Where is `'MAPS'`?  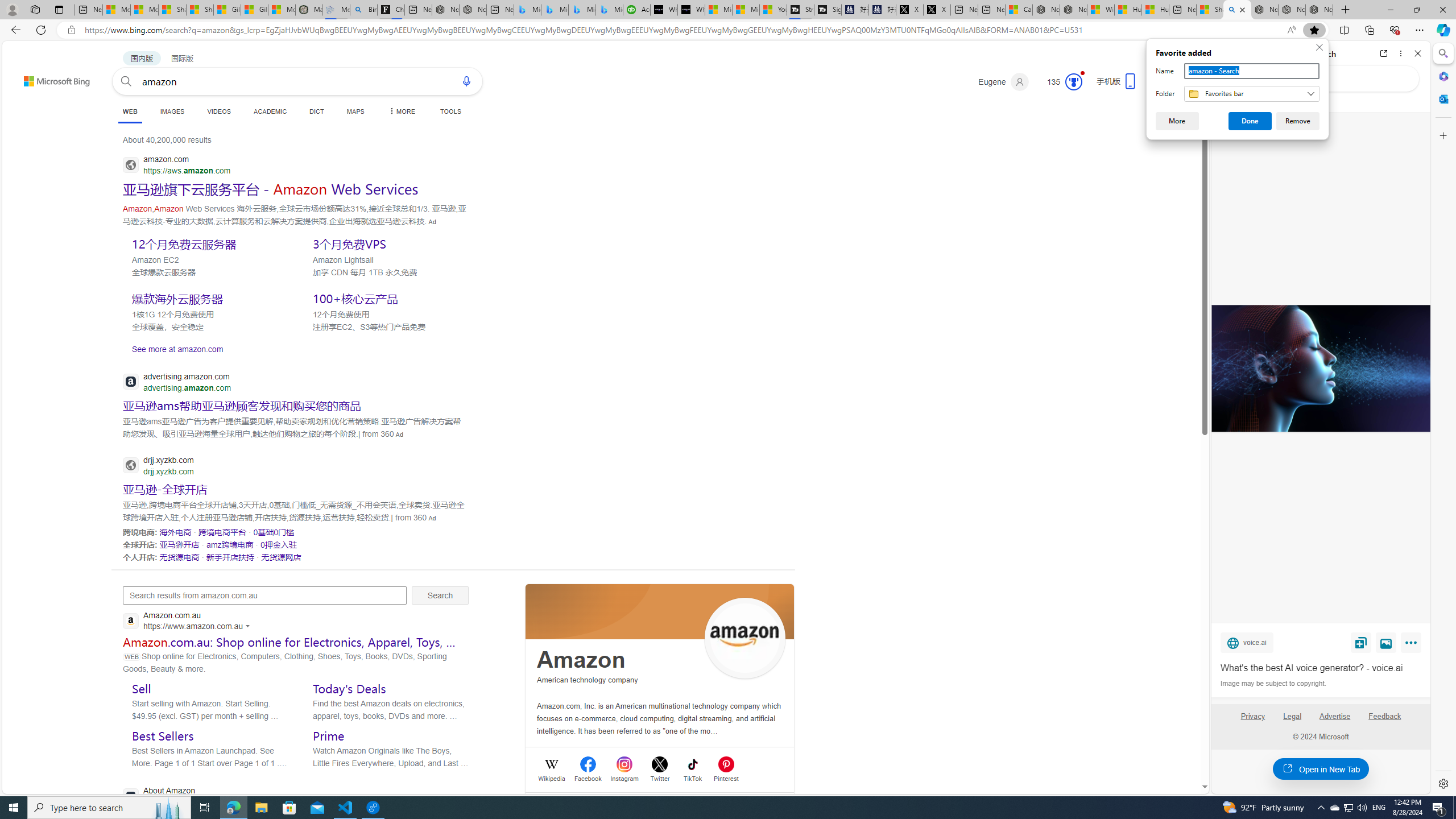
'MAPS' is located at coordinates (355, 111).